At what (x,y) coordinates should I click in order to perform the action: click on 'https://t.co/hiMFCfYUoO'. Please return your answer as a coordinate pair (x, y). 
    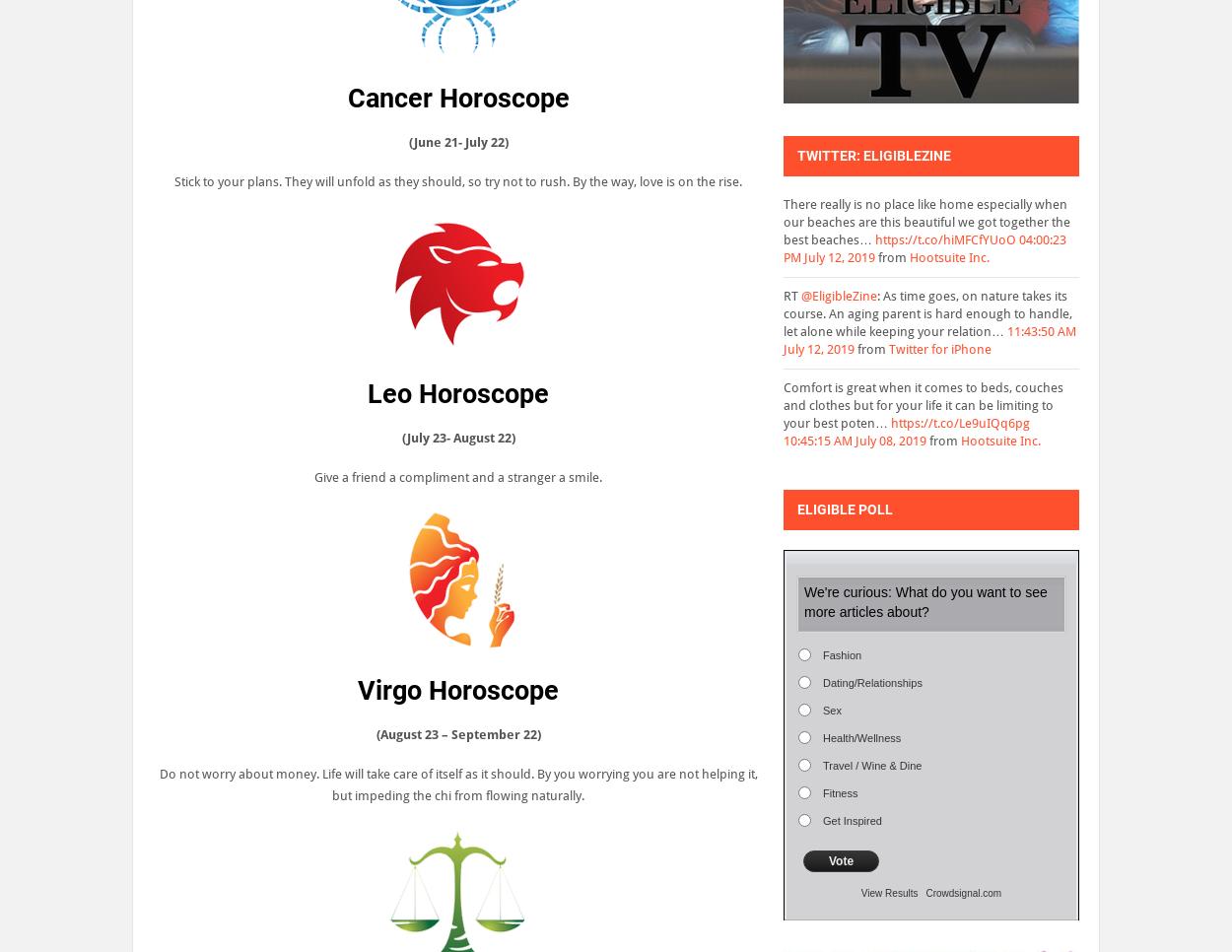
    Looking at the image, I should click on (944, 239).